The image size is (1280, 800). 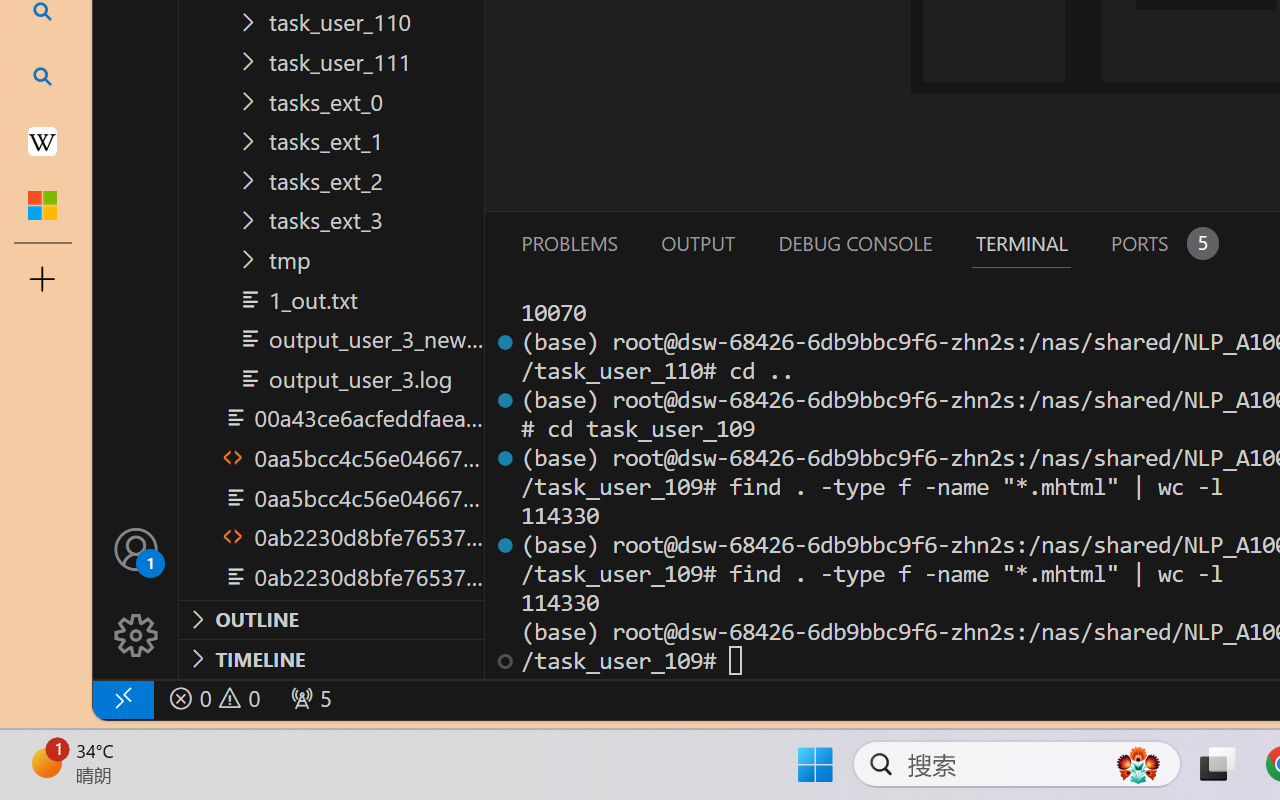 What do you see at coordinates (1162, 242) in the screenshot?
I see `'Ports - 5 forwarded ports'` at bounding box center [1162, 242].